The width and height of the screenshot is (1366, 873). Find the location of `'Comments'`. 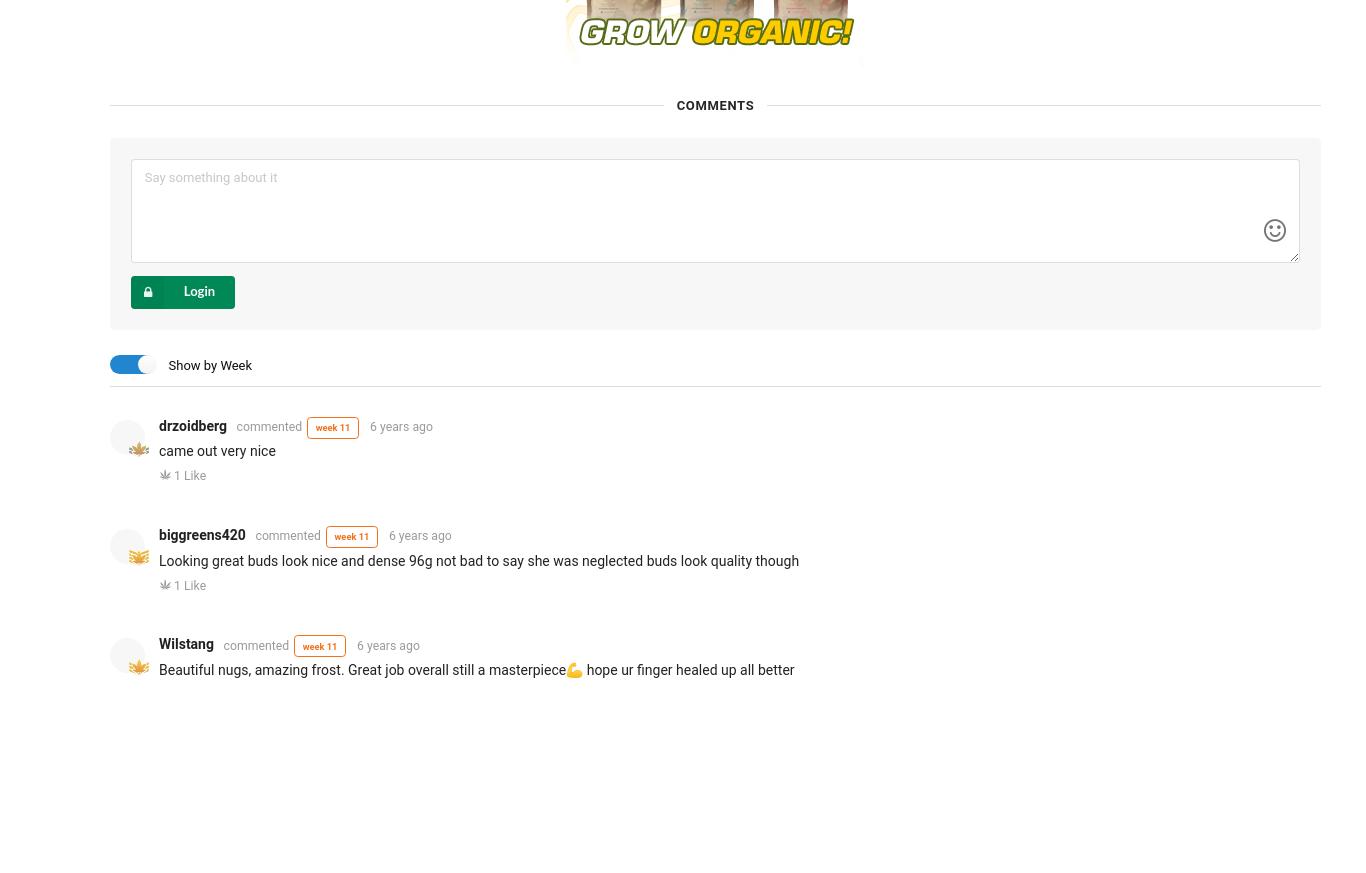

'Comments' is located at coordinates (714, 104).